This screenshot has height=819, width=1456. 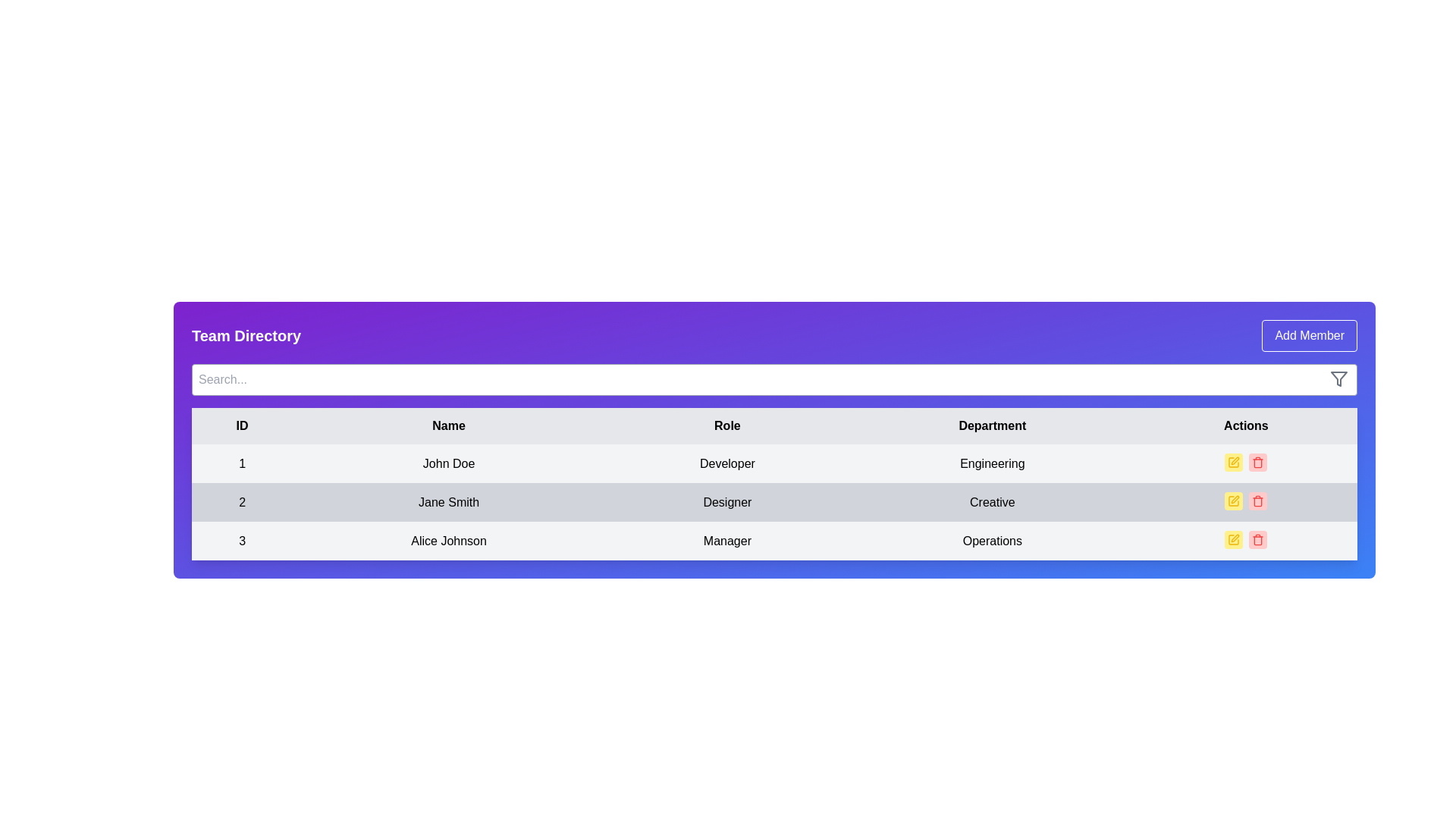 I want to click on the text label displaying the department name 'Developer' for the entry 'John Doe' located in the fourth column of the first row in the content grid, so click(x=992, y=463).